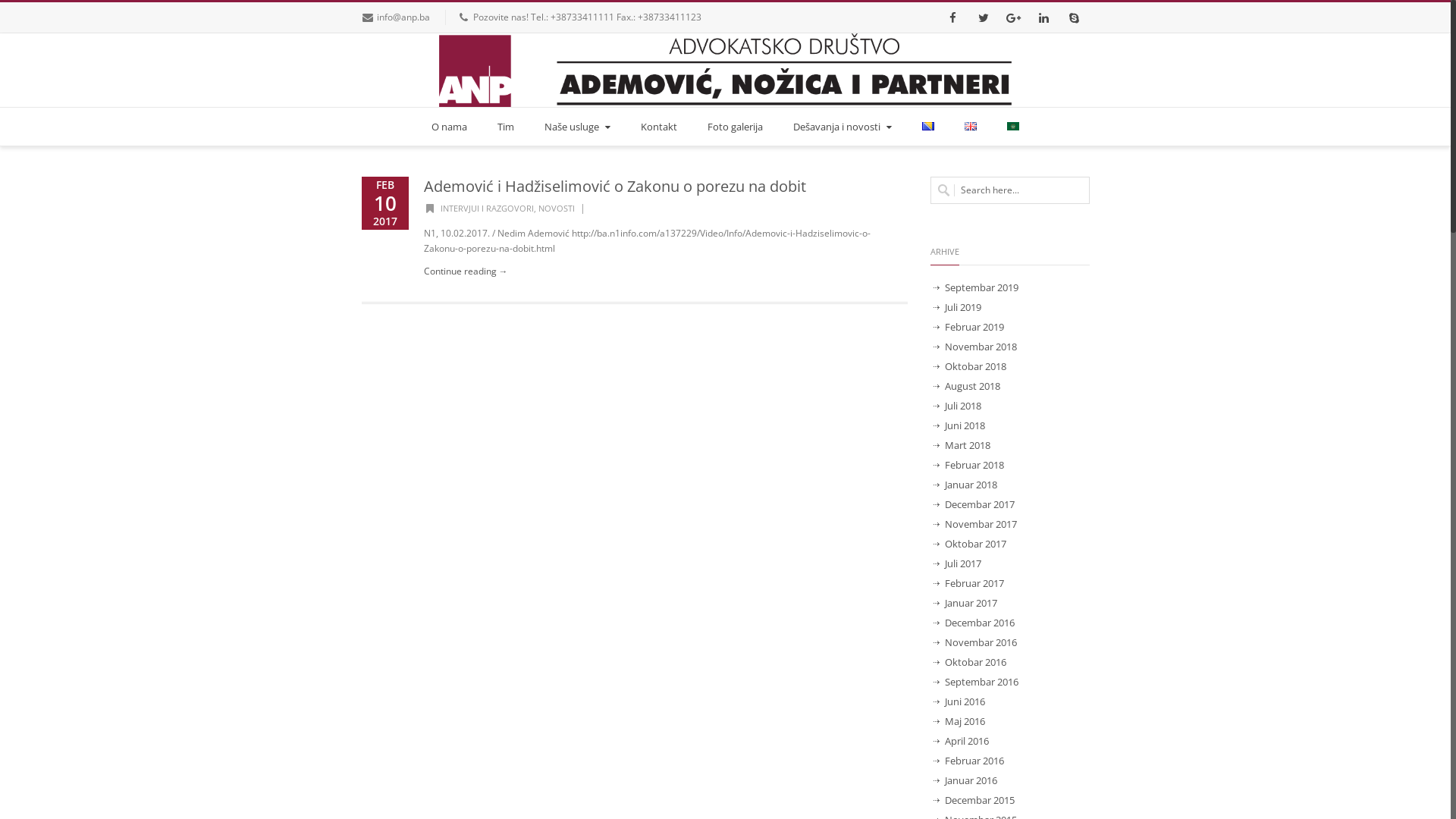 Image resolution: width=1456 pixels, height=819 pixels. I want to click on 'Februar 2019', so click(968, 326).